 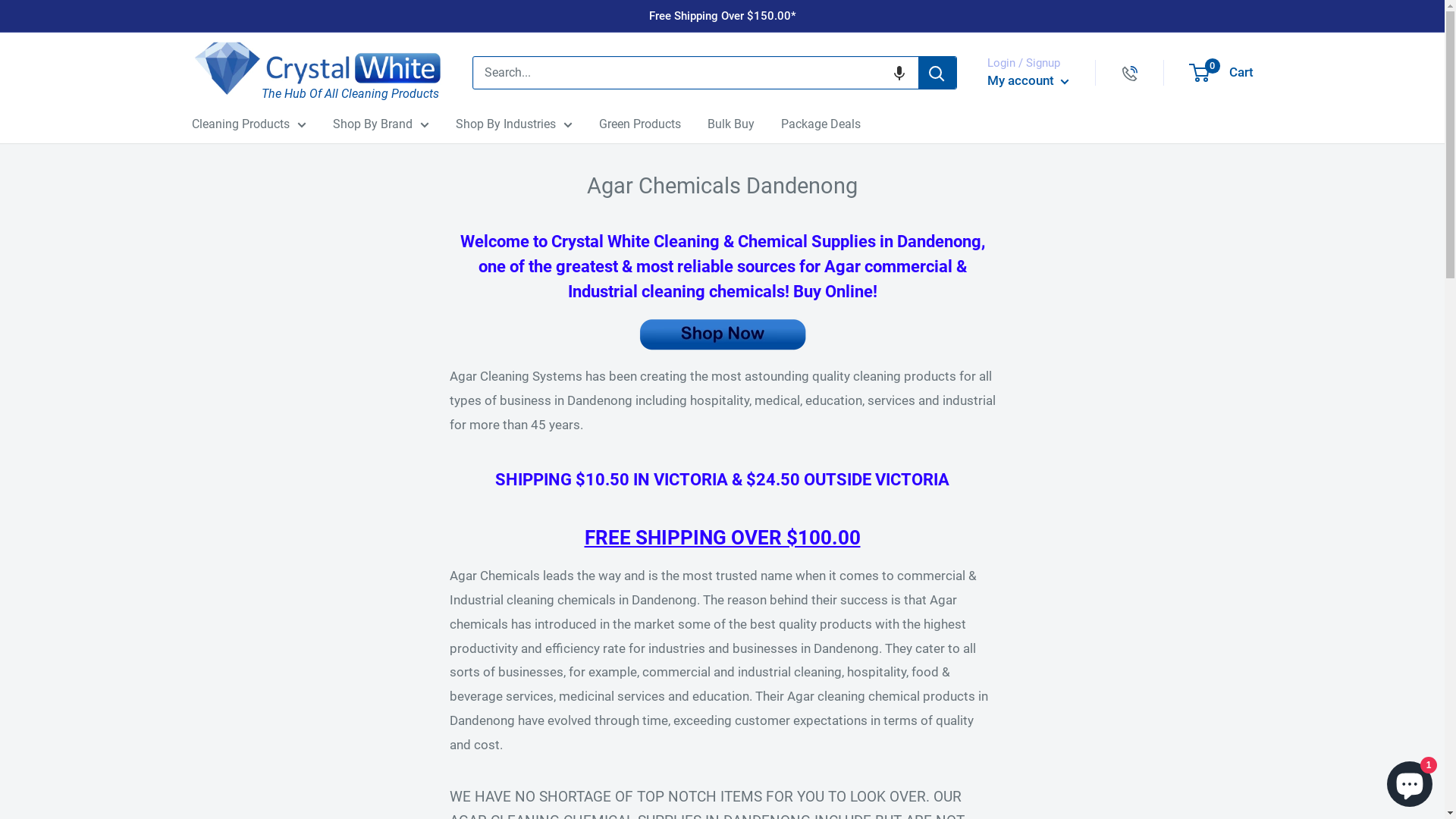 What do you see at coordinates (1408, 780) in the screenshot?
I see `'Shopify online store chat'` at bounding box center [1408, 780].